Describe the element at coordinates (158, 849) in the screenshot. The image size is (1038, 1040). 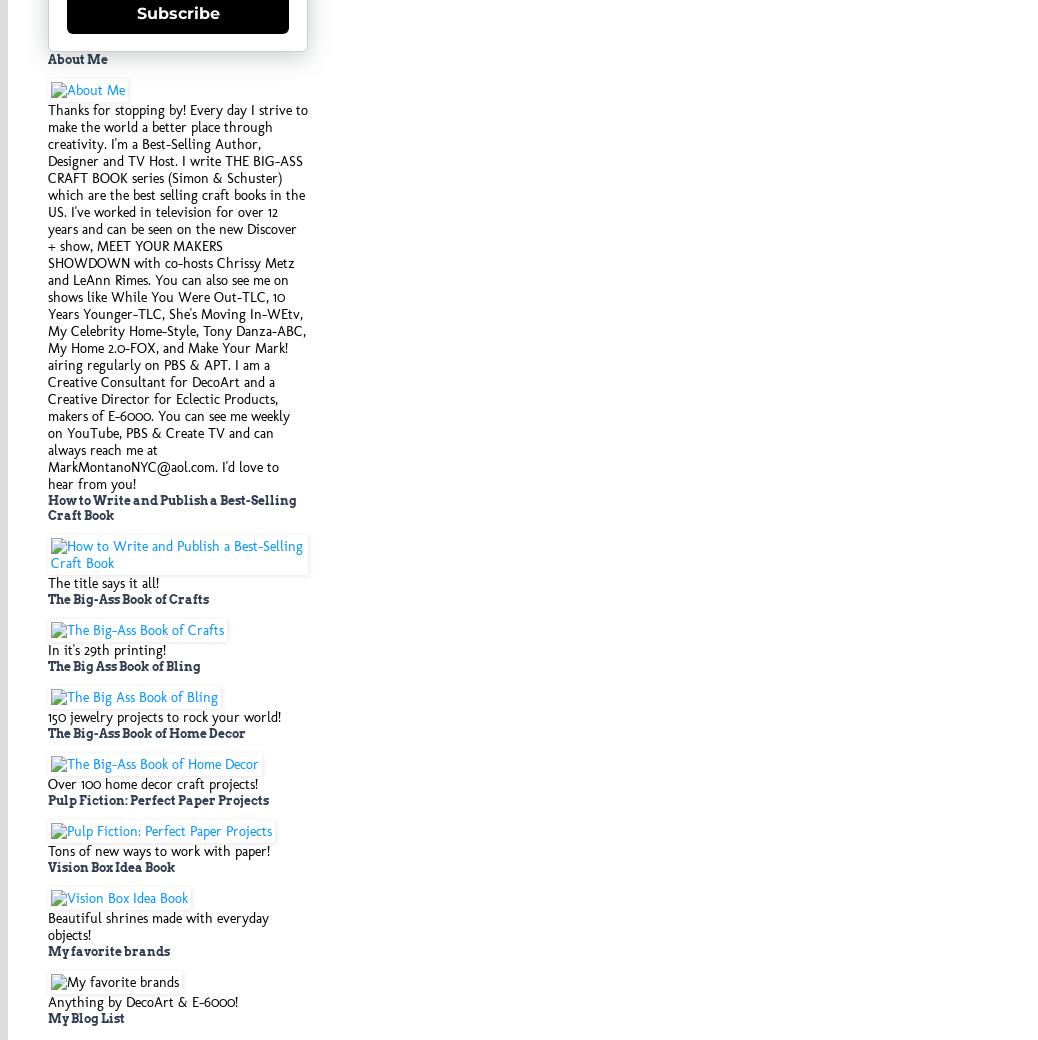
I see `'Tons of new ways to work with paper!'` at that location.